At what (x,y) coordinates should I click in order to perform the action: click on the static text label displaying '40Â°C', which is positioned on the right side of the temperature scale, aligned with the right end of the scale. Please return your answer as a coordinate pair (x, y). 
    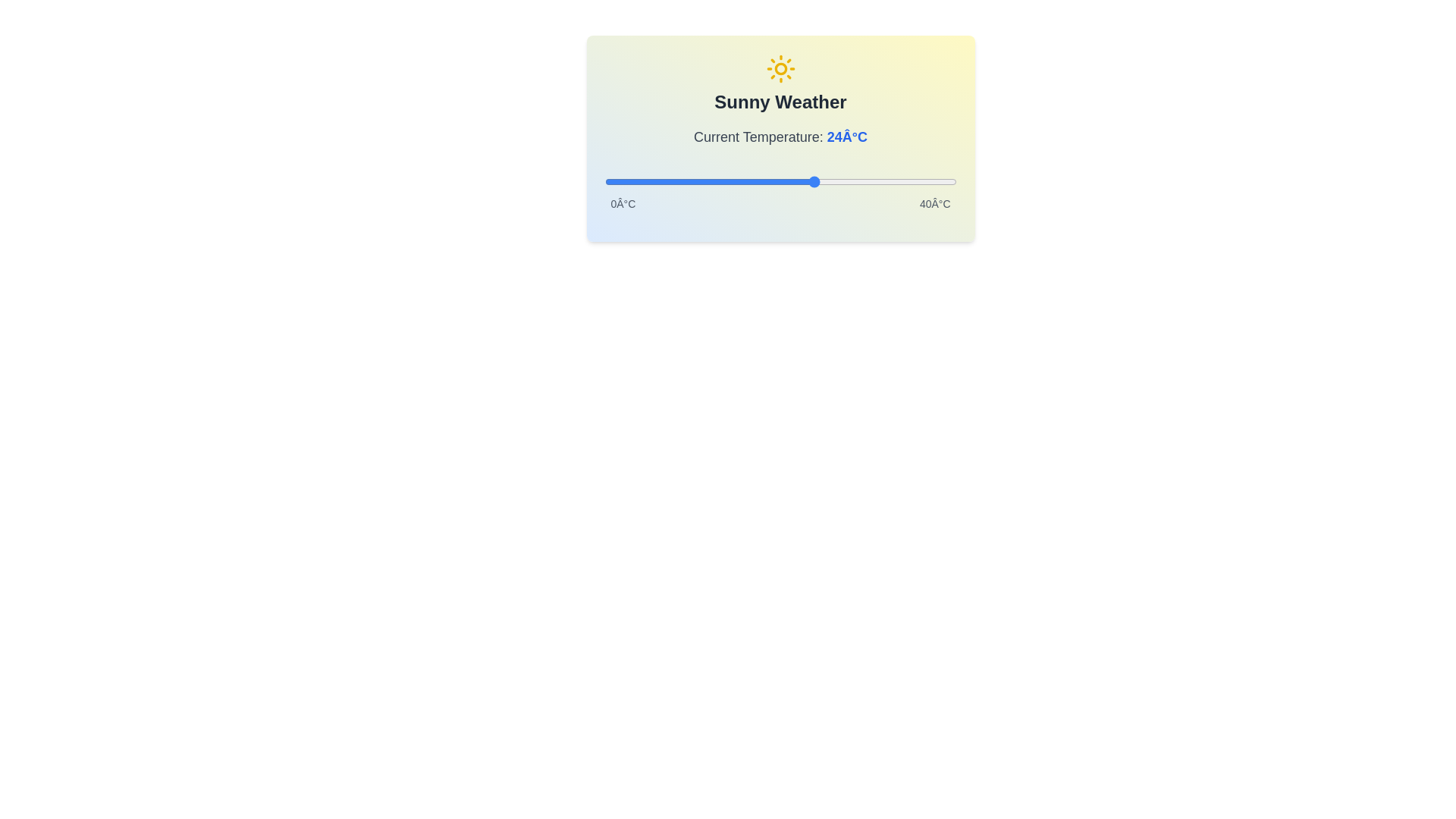
    Looking at the image, I should click on (934, 203).